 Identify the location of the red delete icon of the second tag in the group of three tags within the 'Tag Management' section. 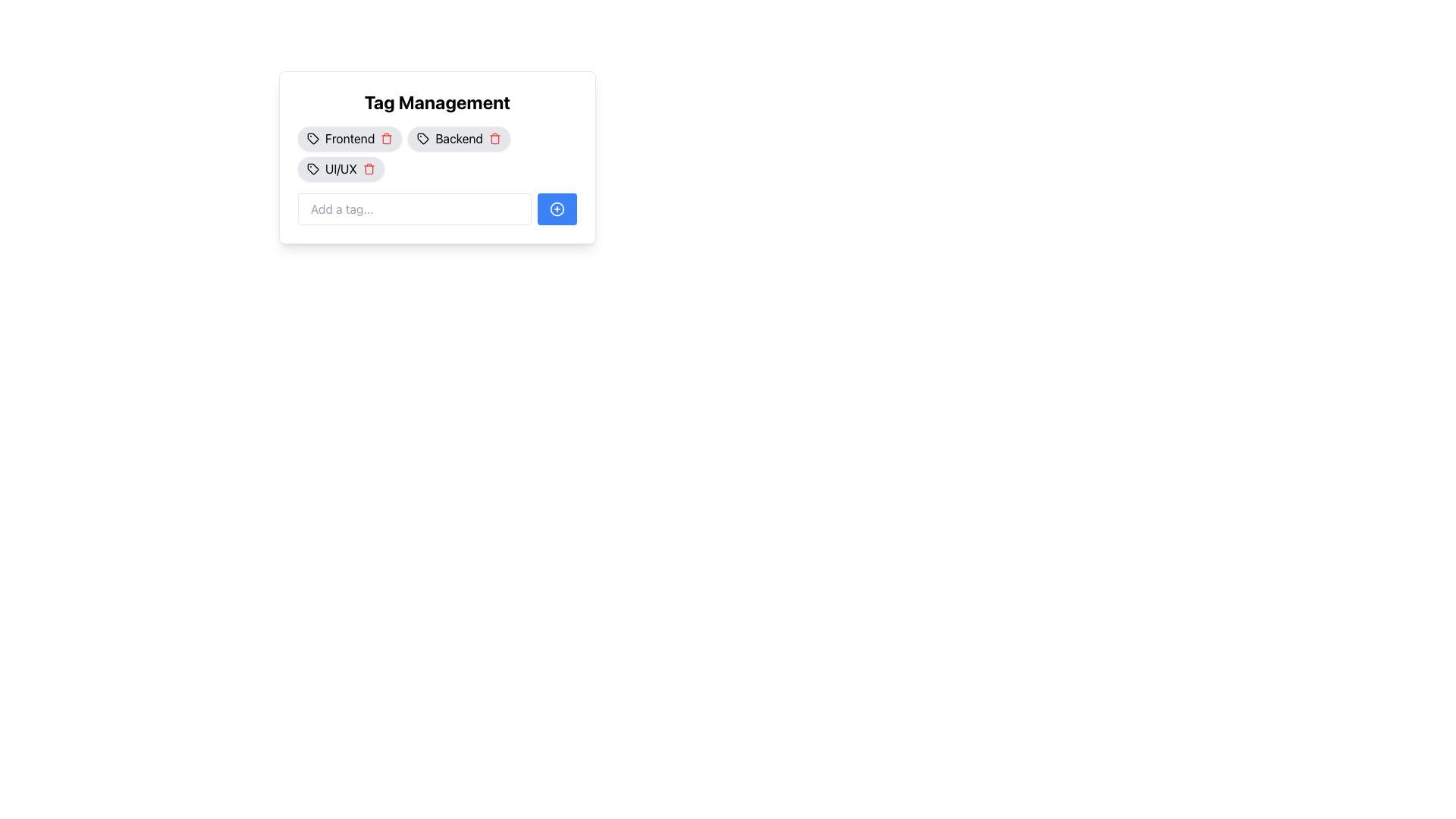
(436, 154).